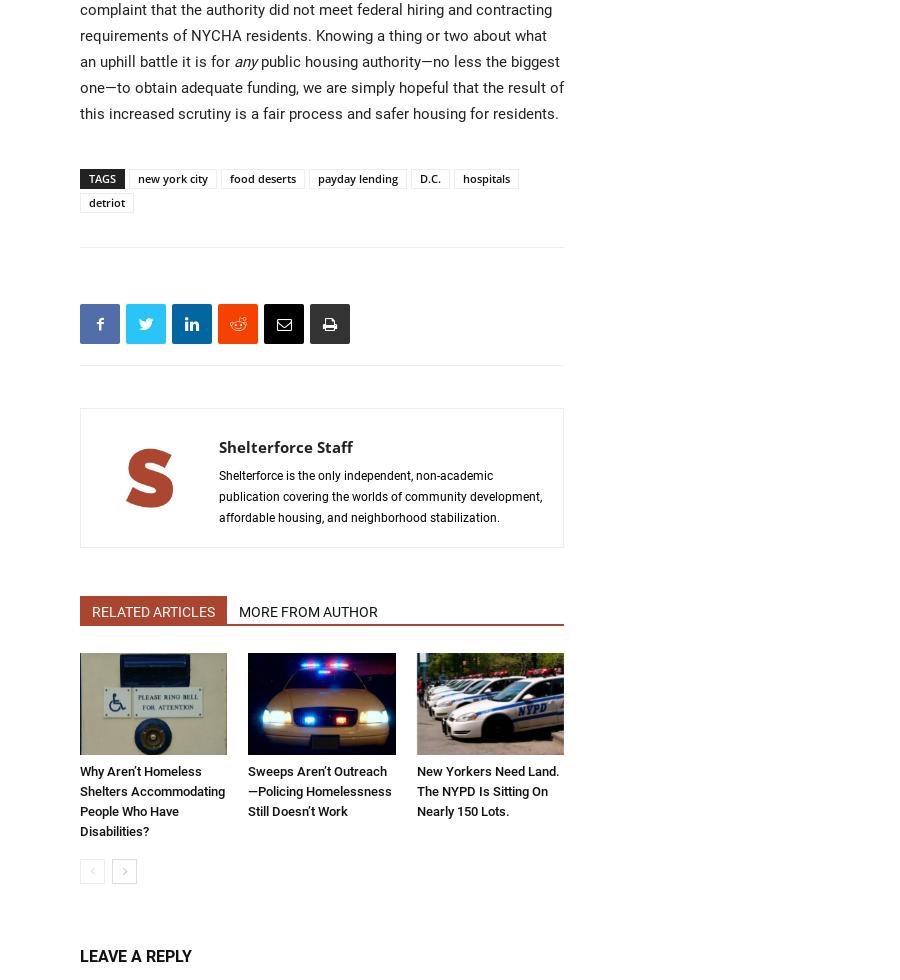 The image size is (900, 980). Describe the element at coordinates (358, 178) in the screenshot. I see `'payday lending'` at that location.